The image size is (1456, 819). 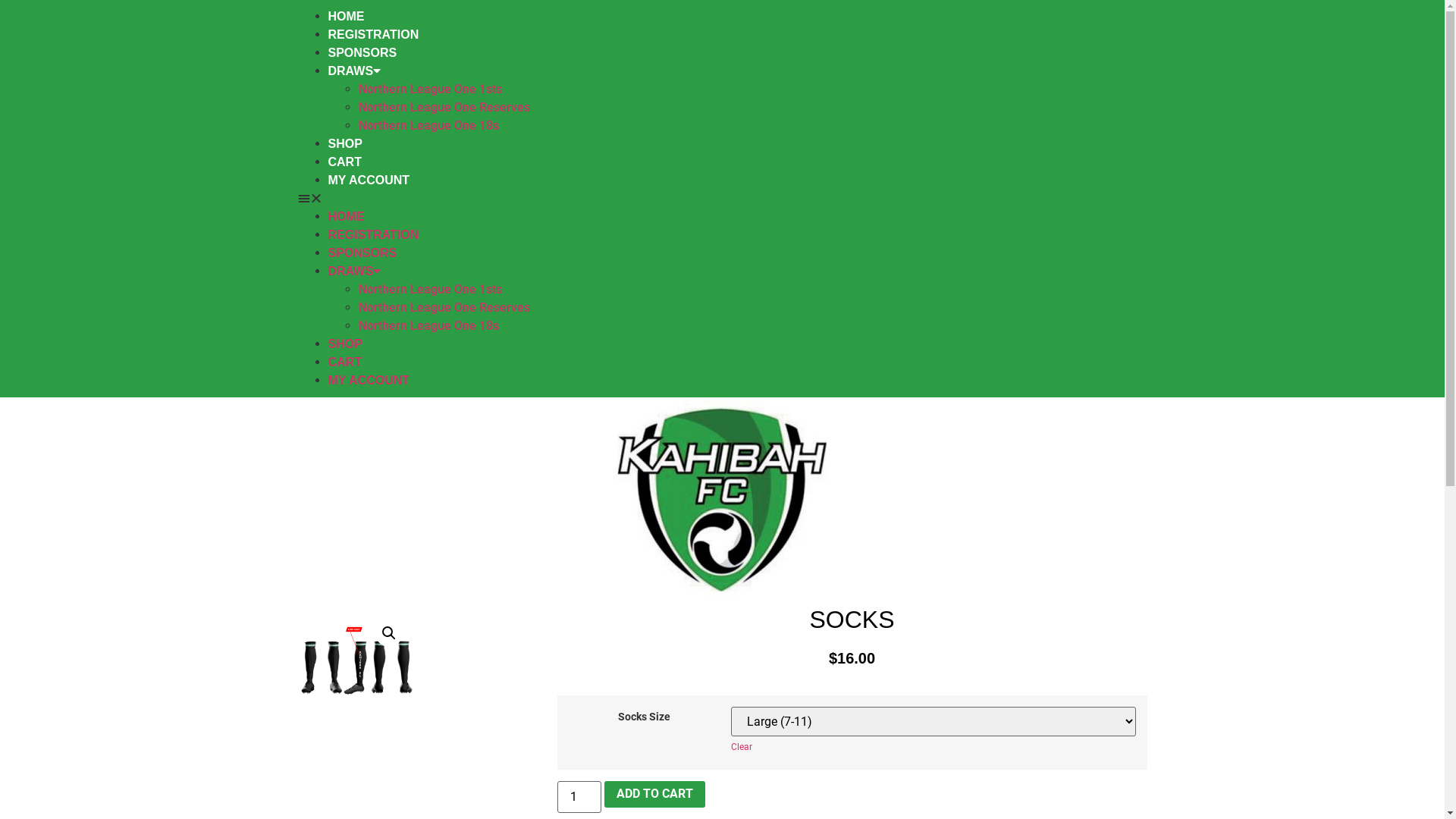 What do you see at coordinates (372, 234) in the screenshot?
I see `'REGISTRATION'` at bounding box center [372, 234].